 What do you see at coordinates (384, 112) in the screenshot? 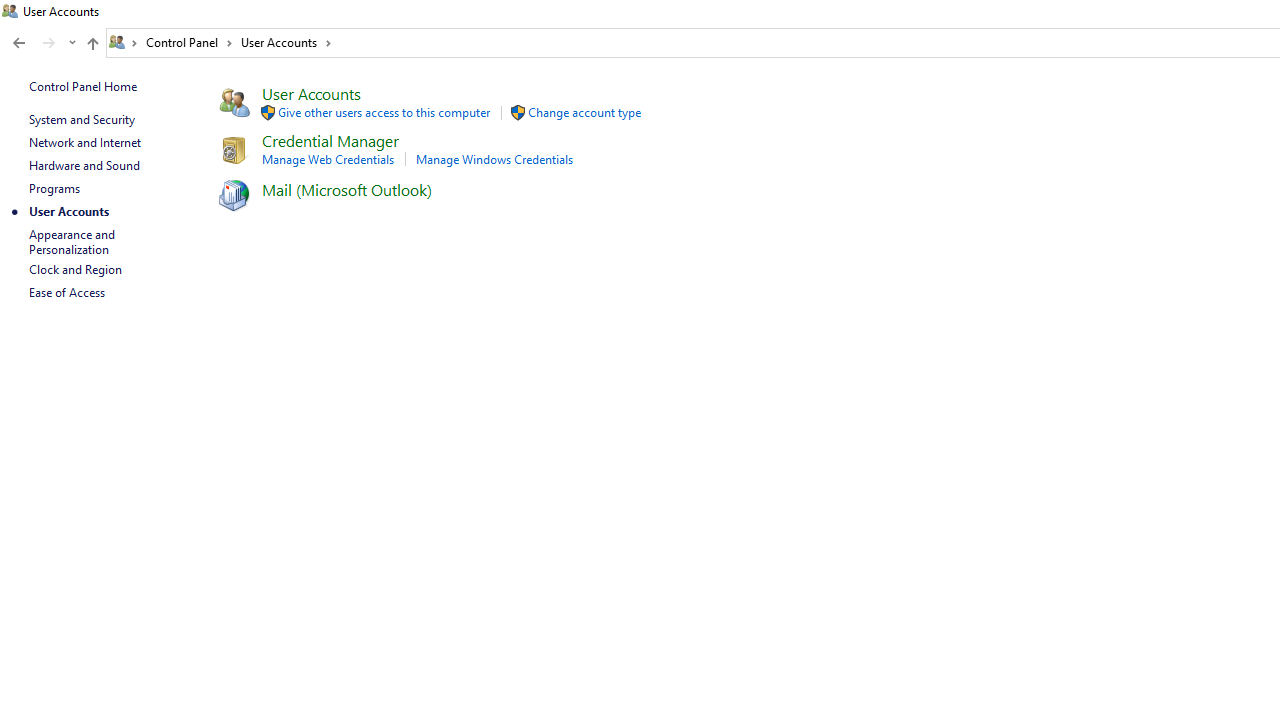
I see `'Give other users access to this computer'` at bounding box center [384, 112].